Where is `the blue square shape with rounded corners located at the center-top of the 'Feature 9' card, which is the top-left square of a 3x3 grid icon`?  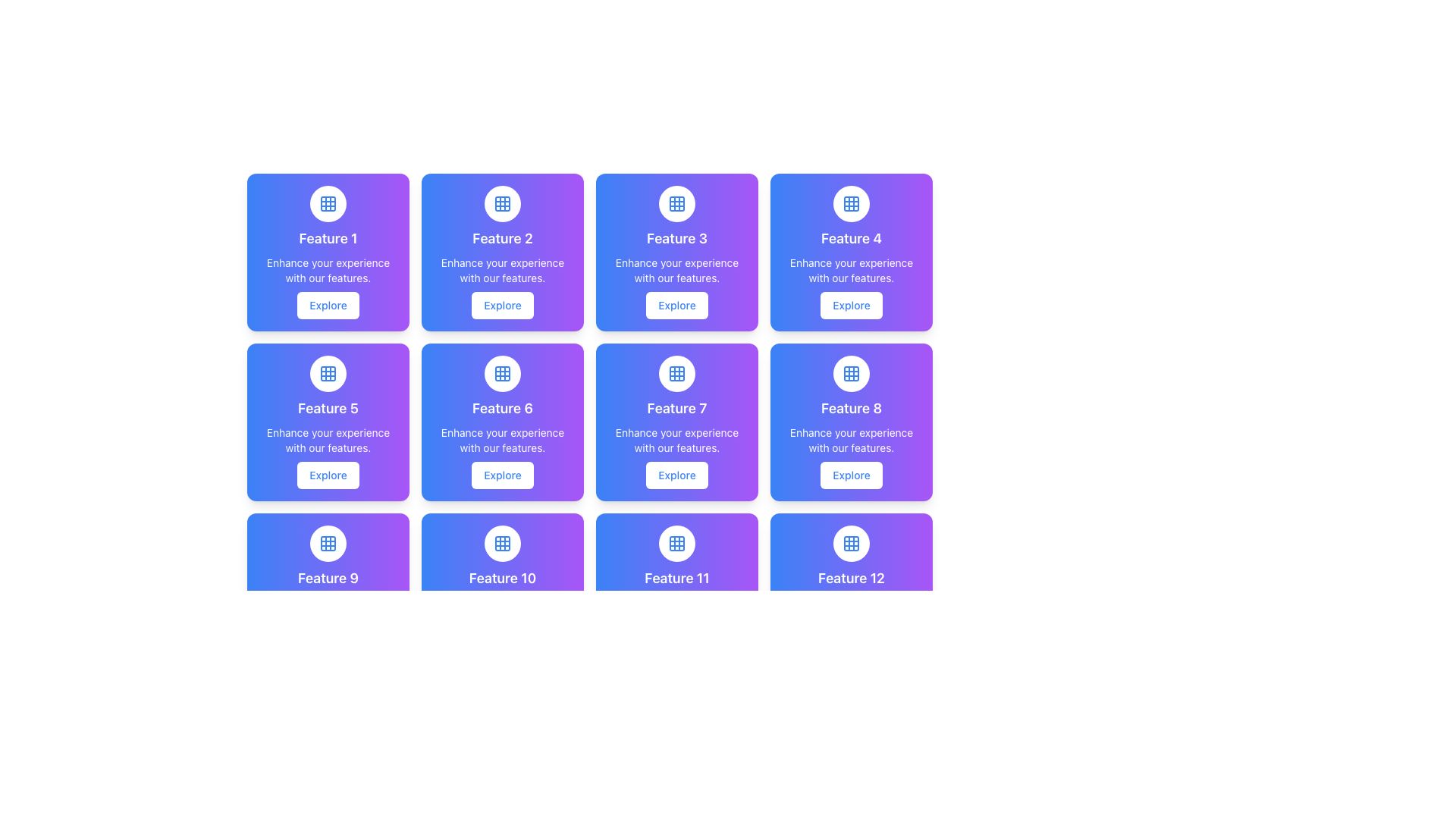 the blue square shape with rounded corners located at the center-top of the 'Feature 9' card, which is the top-left square of a 3x3 grid icon is located at coordinates (327, 543).